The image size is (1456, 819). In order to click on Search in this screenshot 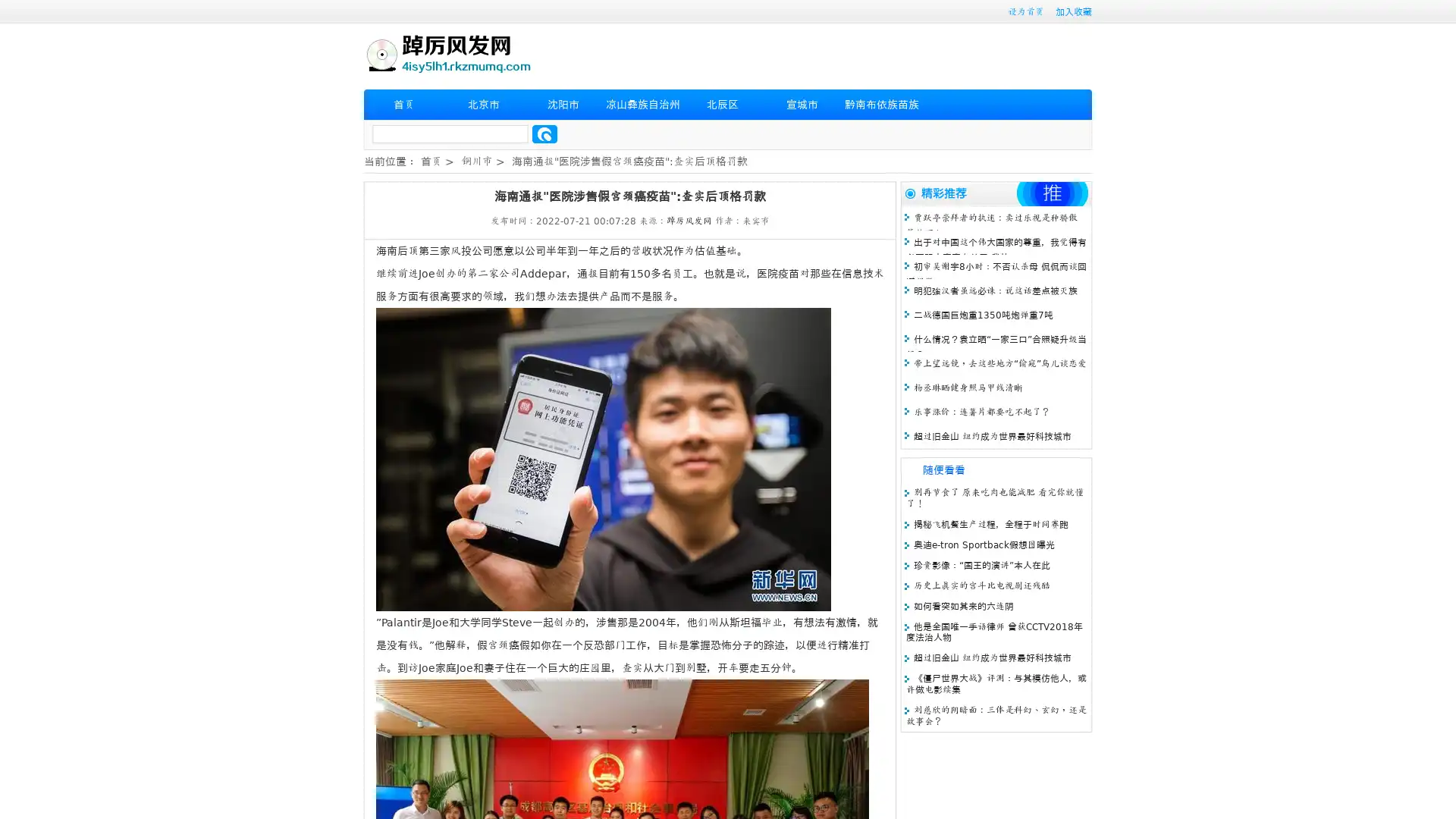, I will do `click(544, 133)`.